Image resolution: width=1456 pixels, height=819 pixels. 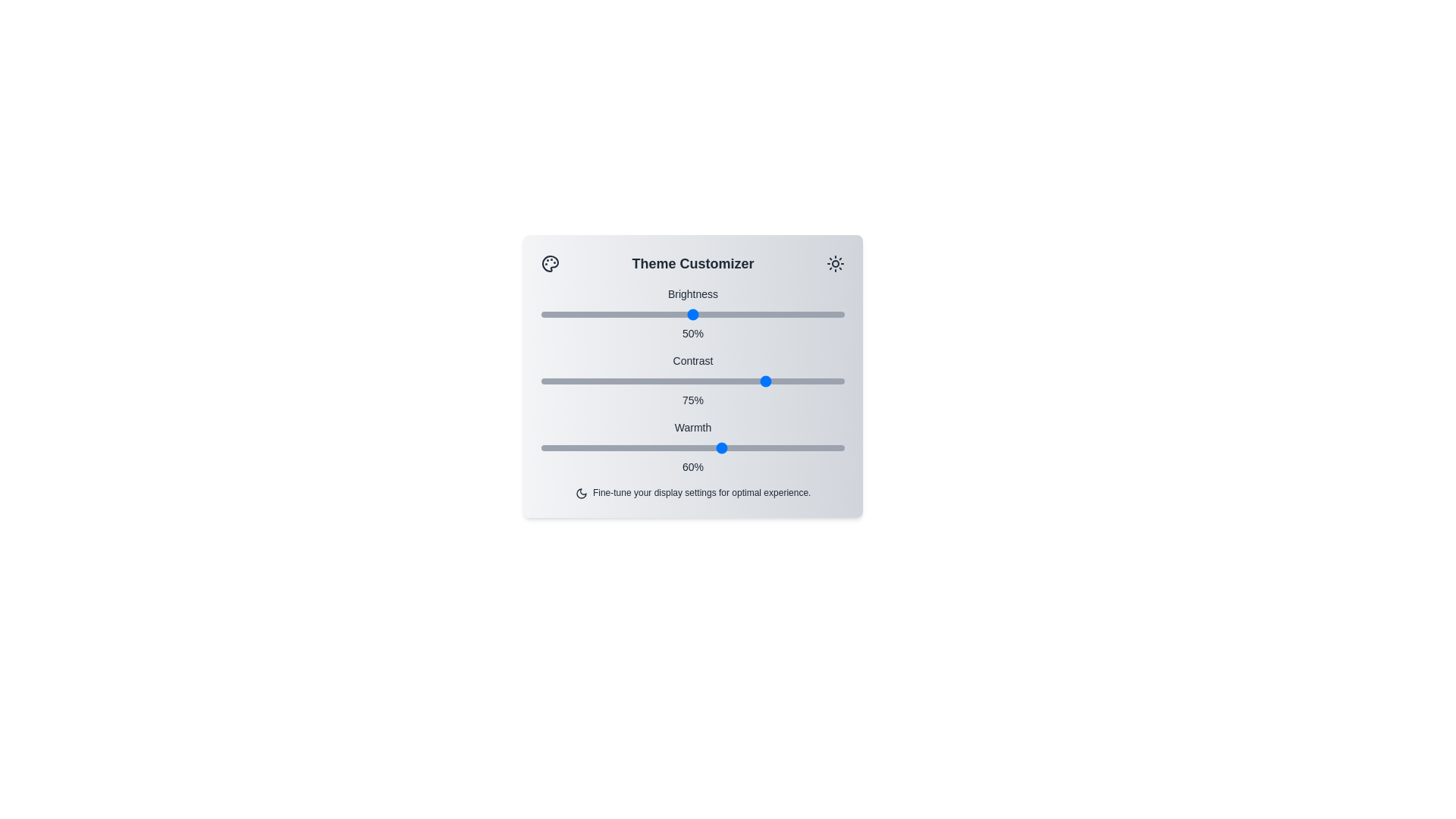 I want to click on the contrast slider to 75, so click(x=768, y=380).